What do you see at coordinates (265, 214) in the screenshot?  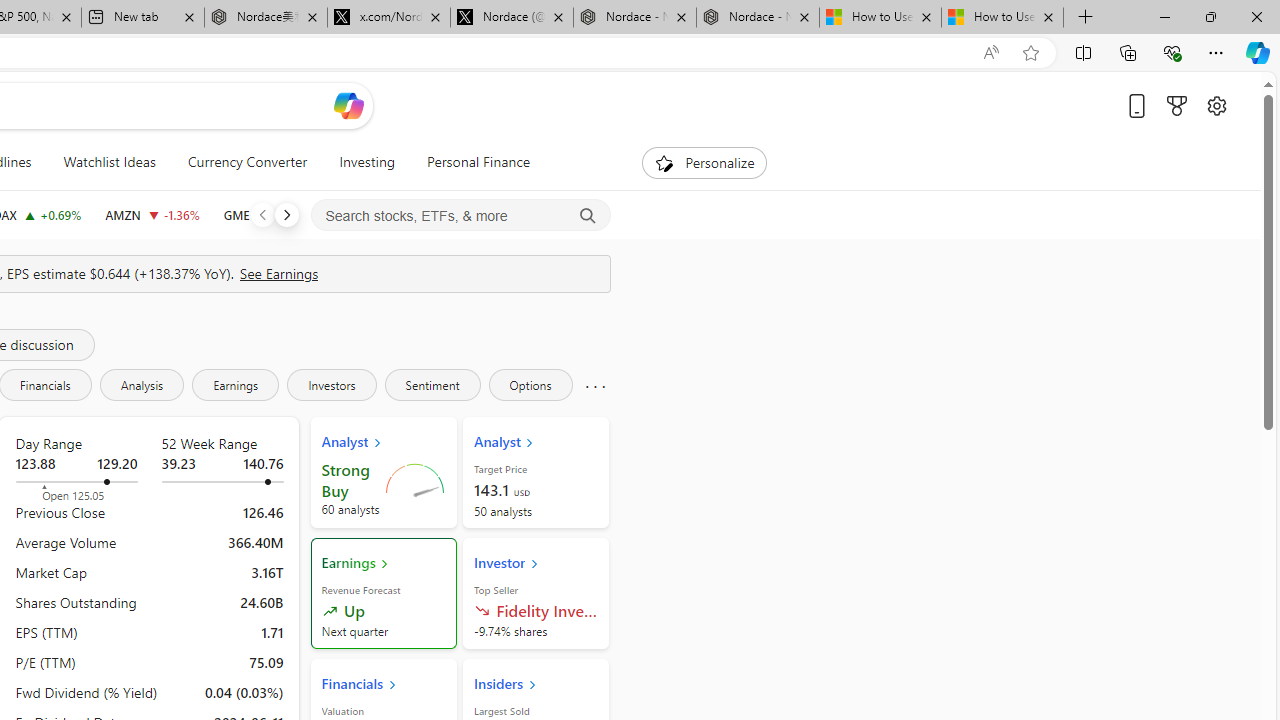 I see `'GME GAMESTOP CORP. decrease 20.74 -0.62 -2.90%'` at bounding box center [265, 214].